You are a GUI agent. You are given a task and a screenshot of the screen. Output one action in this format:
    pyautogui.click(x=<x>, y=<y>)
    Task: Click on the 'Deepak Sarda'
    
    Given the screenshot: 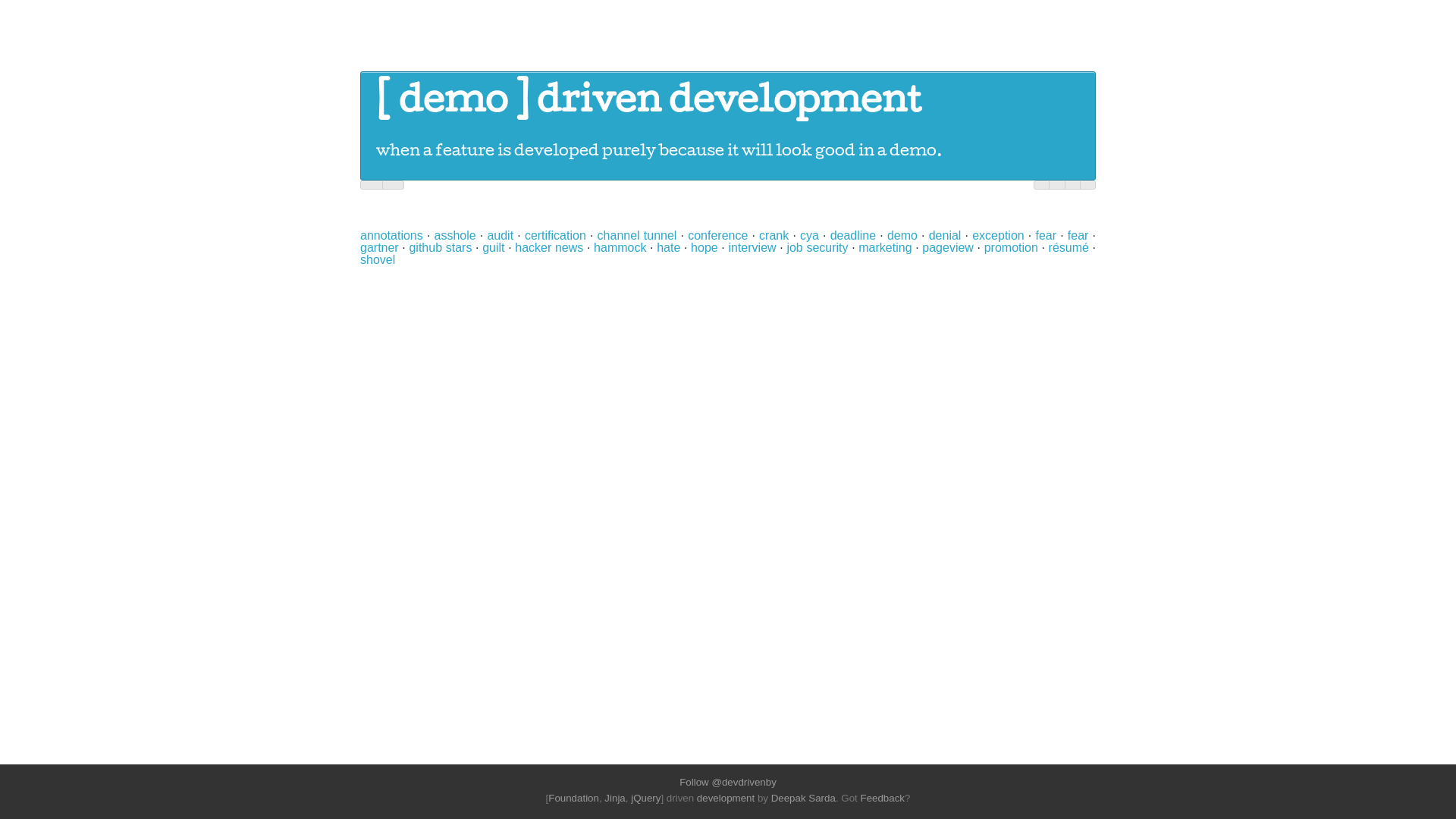 What is the action you would take?
    pyautogui.click(x=802, y=797)
    